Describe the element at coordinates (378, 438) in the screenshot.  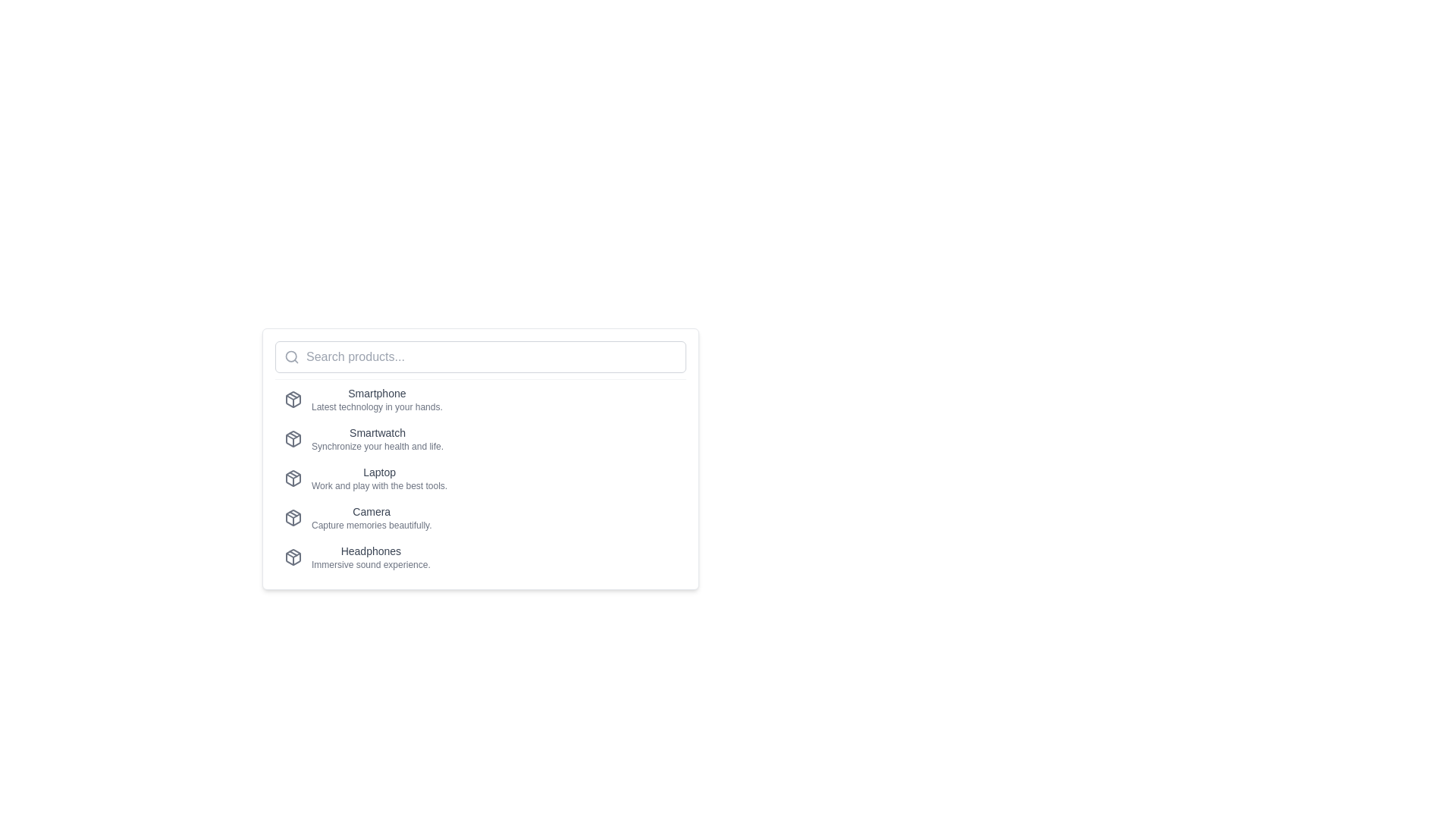
I see `the Text description block titled 'Smartwatch'` at that location.